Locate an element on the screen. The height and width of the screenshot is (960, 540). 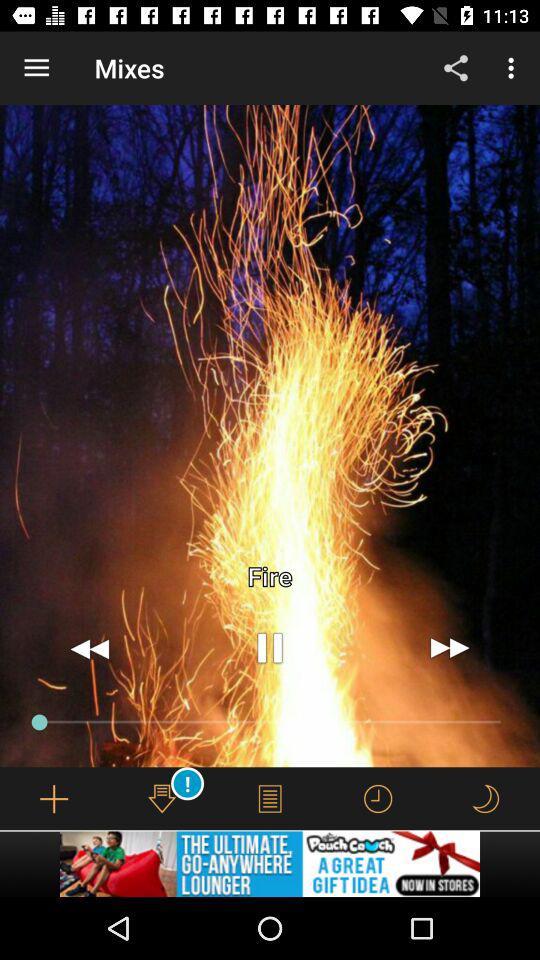
the time icon is located at coordinates (378, 798).